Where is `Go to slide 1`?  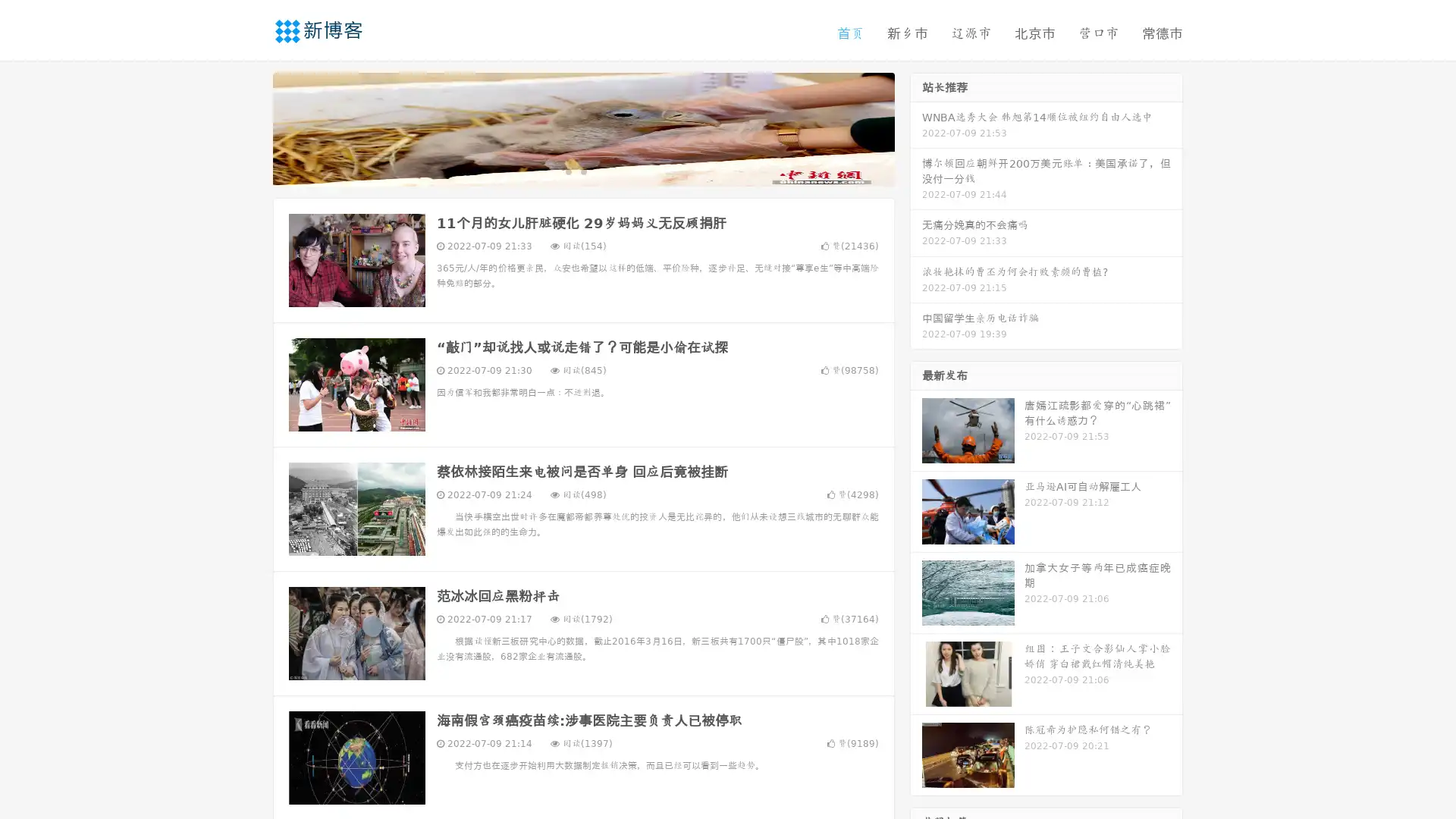
Go to slide 1 is located at coordinates (567, 171).